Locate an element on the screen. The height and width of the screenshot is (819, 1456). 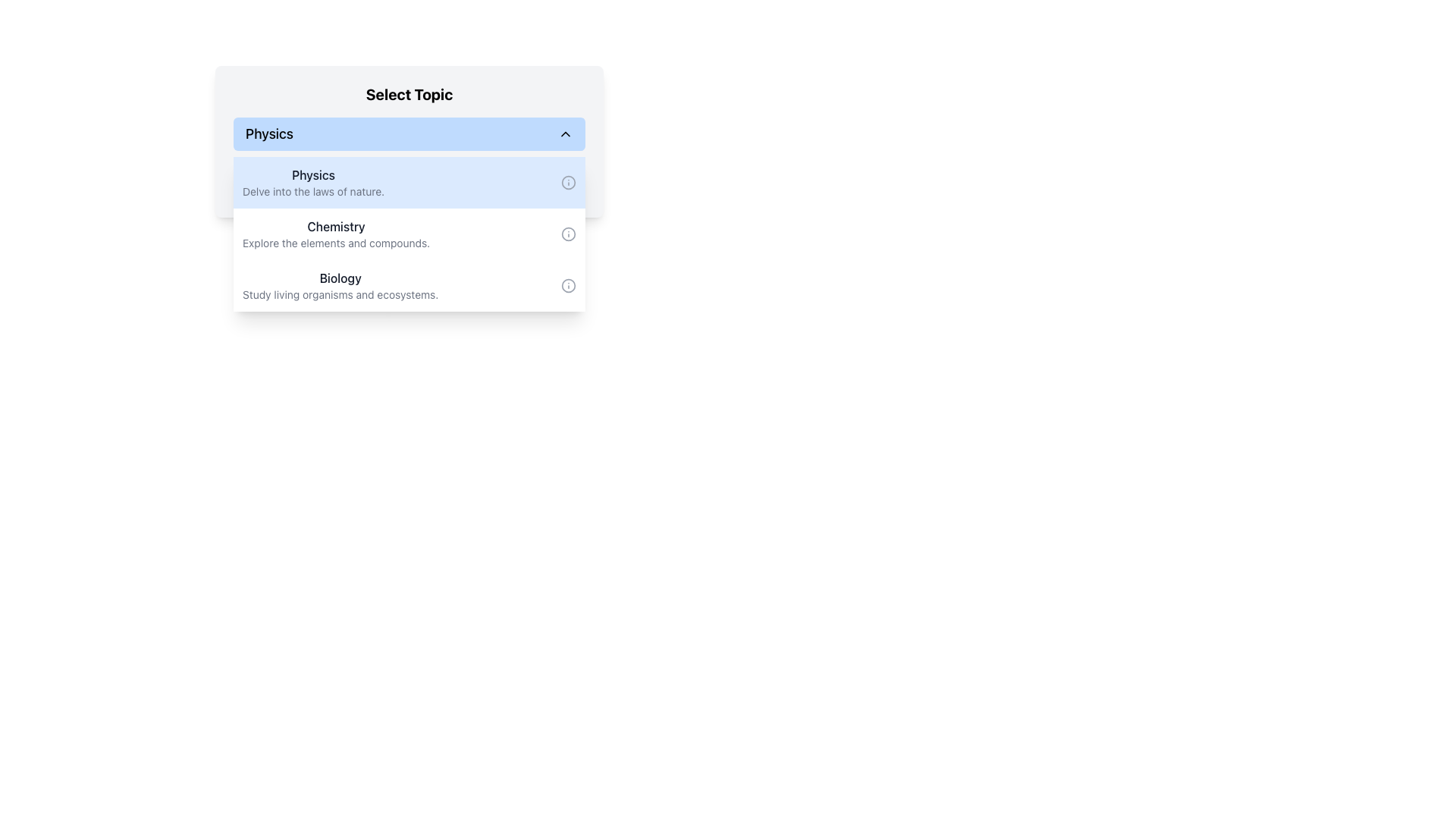
the 'Biology' selectable list item, which is the third option is located at coordinates (409, 286).